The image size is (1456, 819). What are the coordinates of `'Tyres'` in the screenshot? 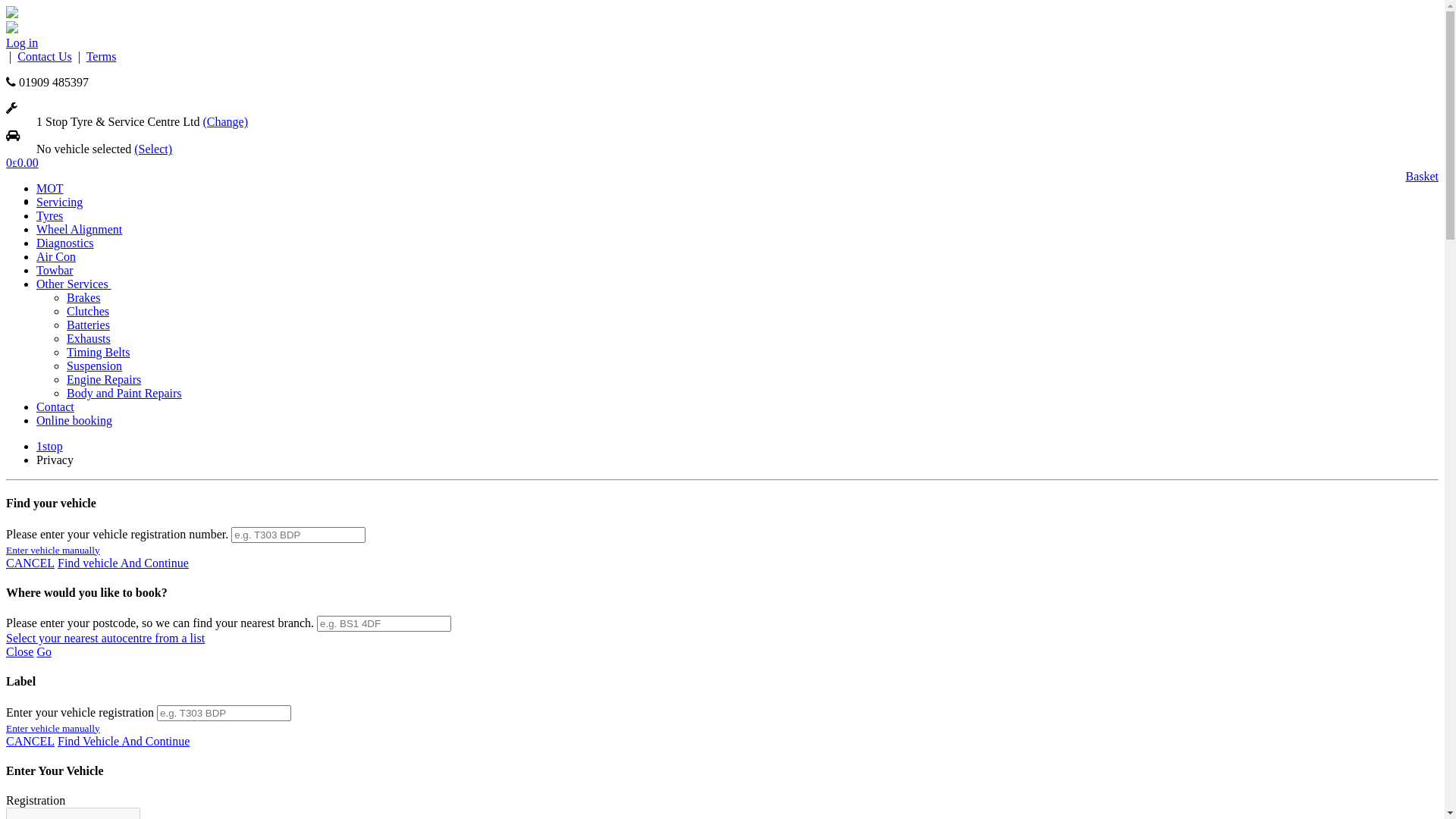 It's located at (49, 215).